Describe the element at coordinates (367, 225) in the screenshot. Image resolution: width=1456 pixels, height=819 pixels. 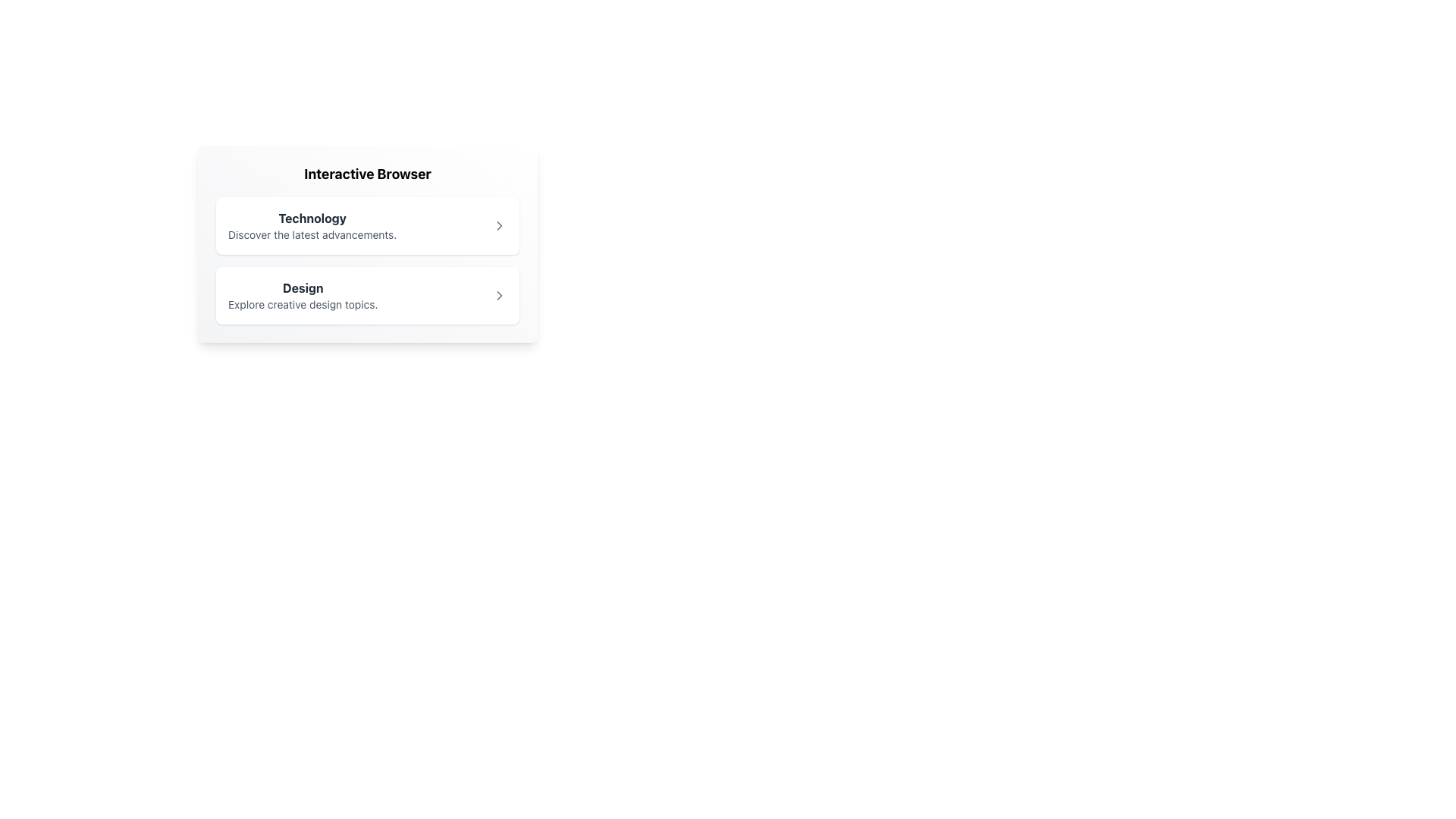
I see `the first item in the vertical list that serves as a navigation button for the 'Technology' category` at that location.